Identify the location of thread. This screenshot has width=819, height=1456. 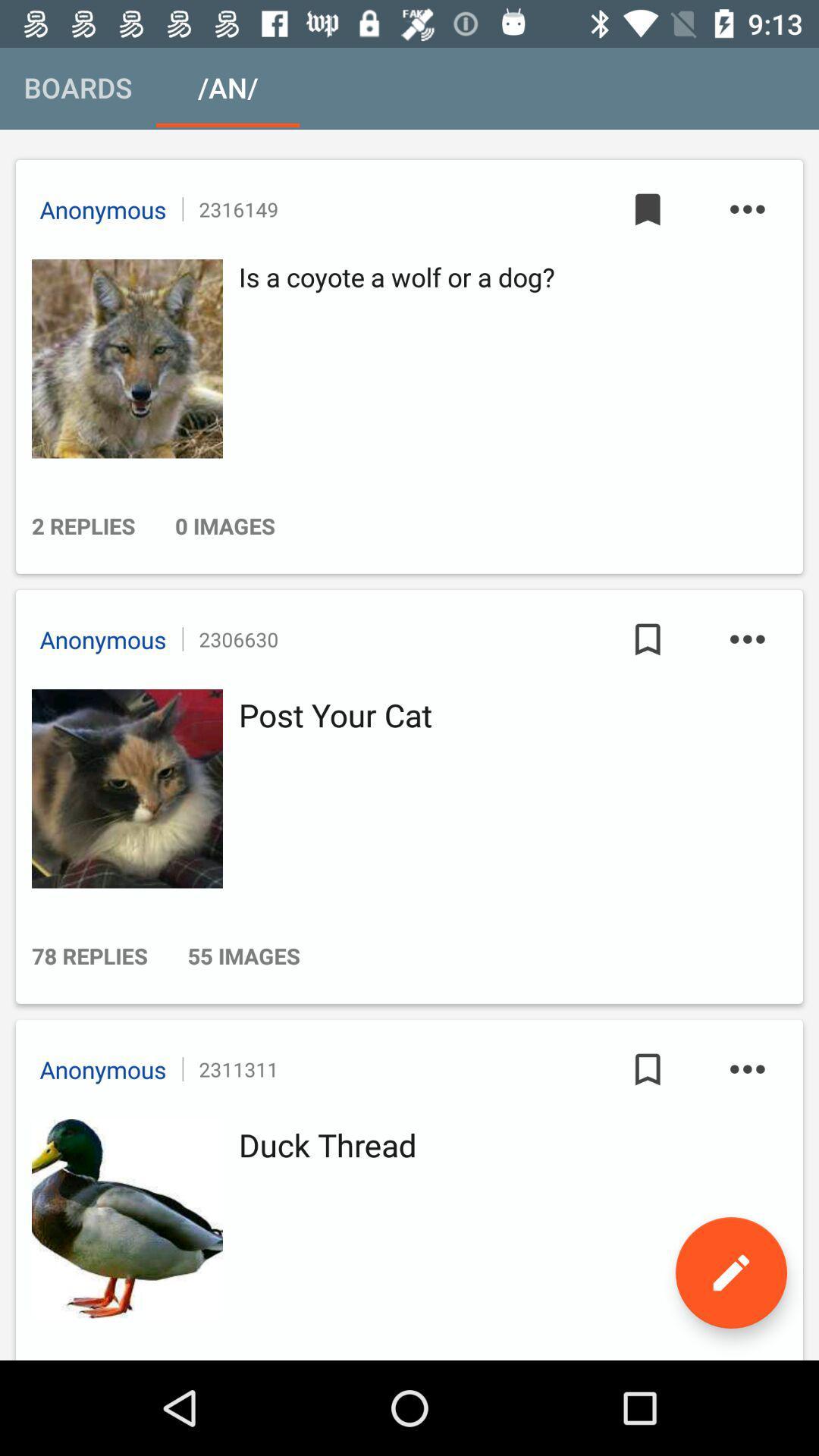
(122, 1219).